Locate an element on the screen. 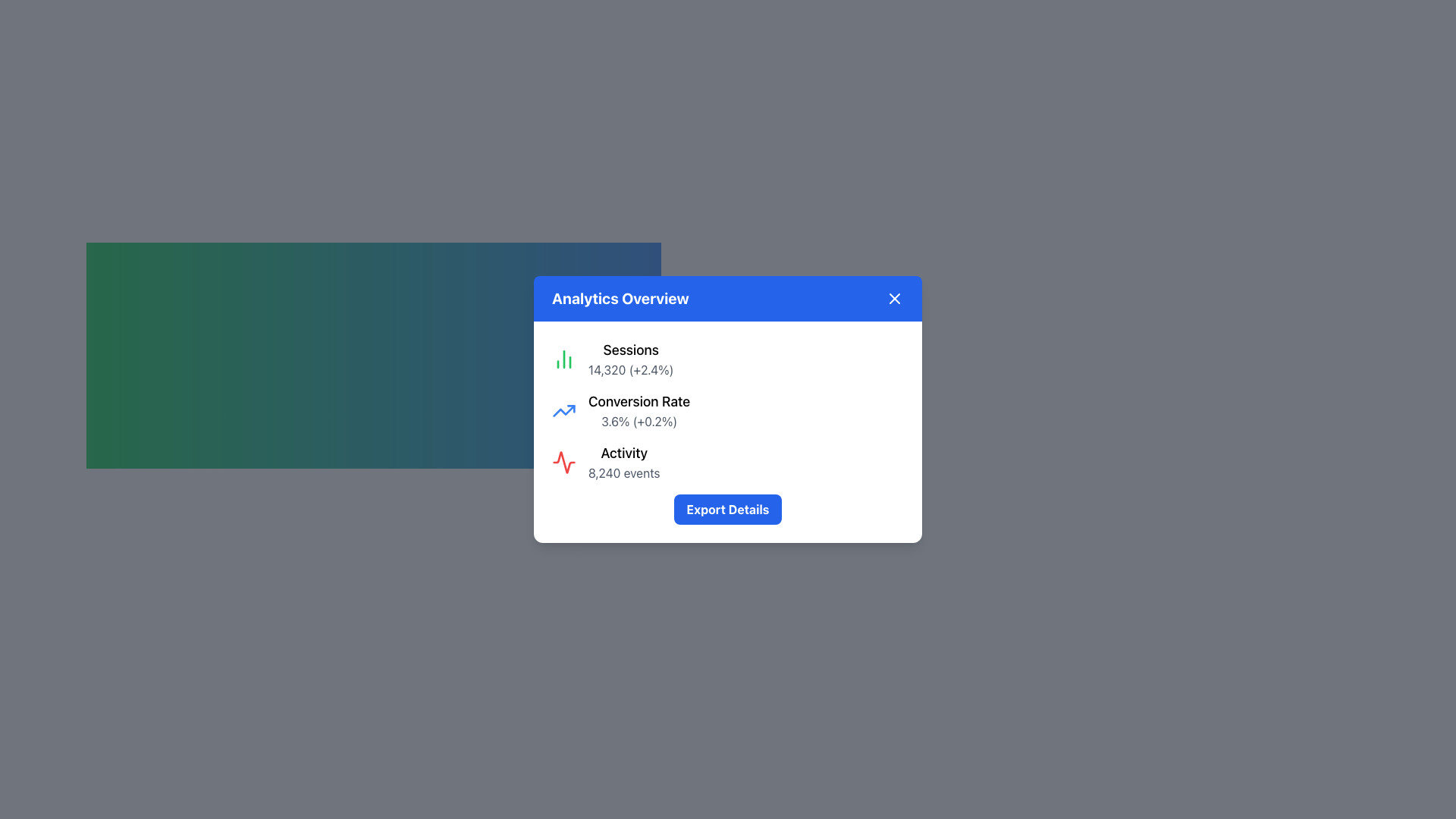  the close button located at the top-right corner of the 'Analytics Overview' panel heading to observe any potential hover effects is located at coordinates (895, 298).